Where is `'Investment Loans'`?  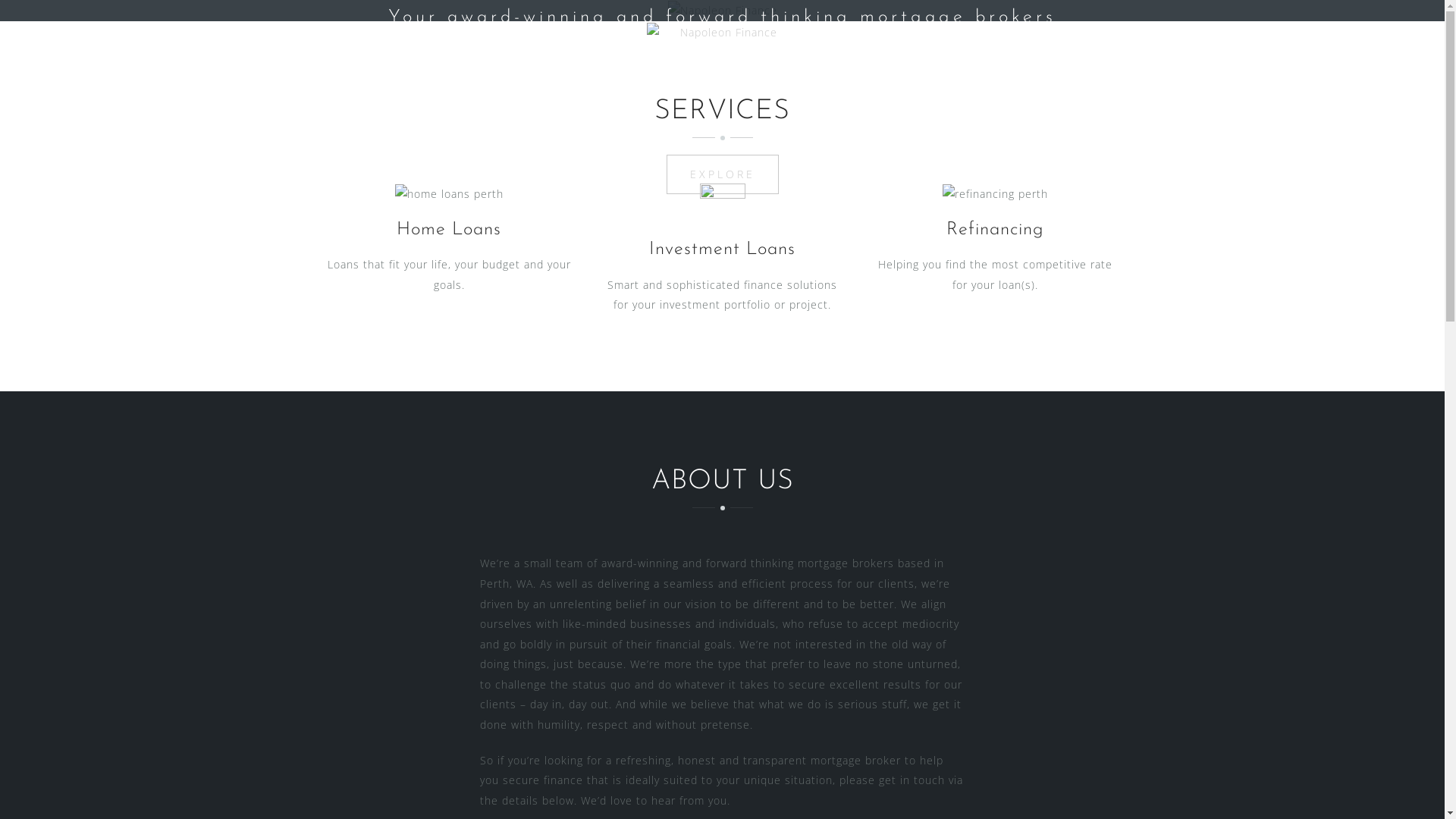 'Investment Loans' is located at coordinates (721, 248).